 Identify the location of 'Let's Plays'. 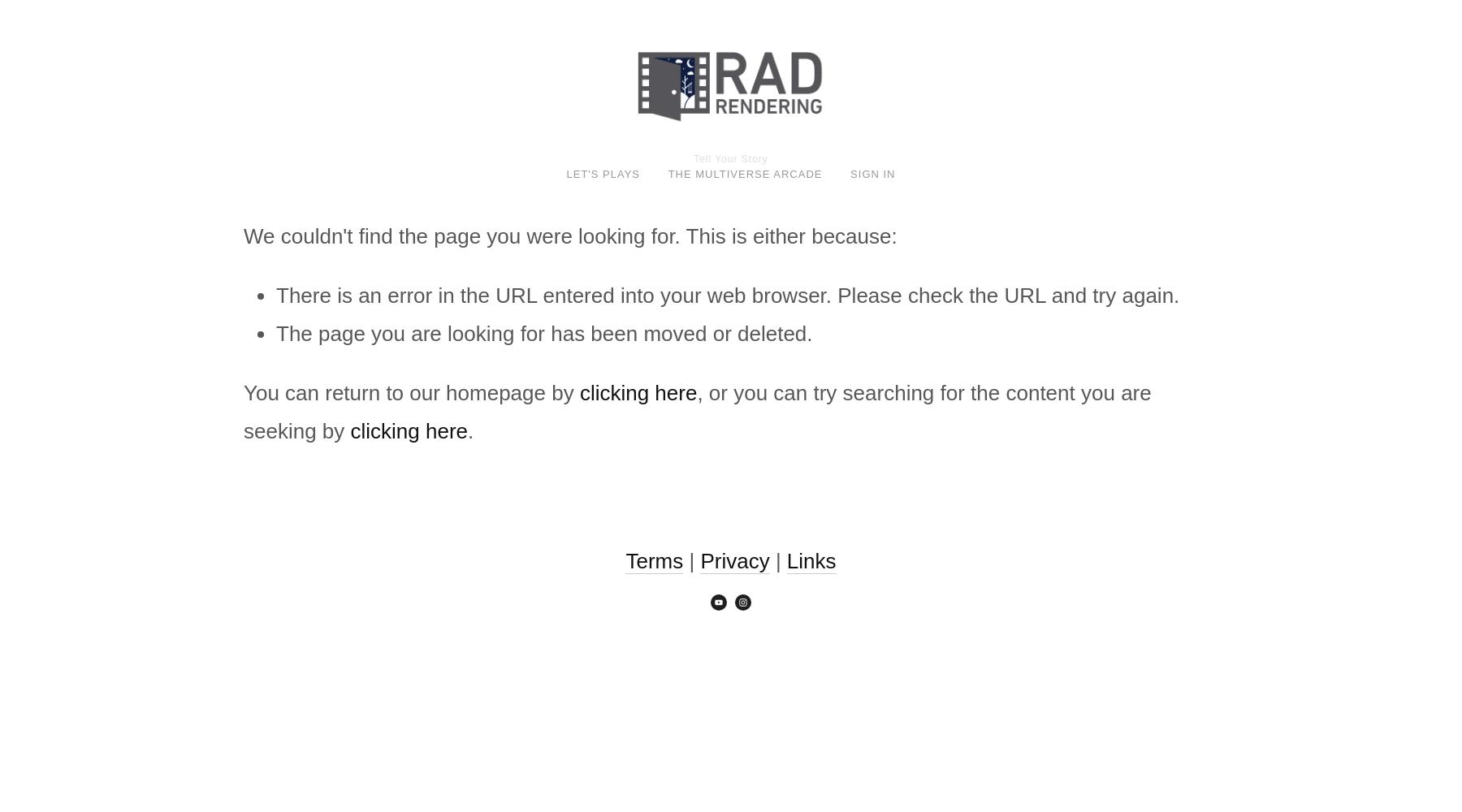
(564, 172).